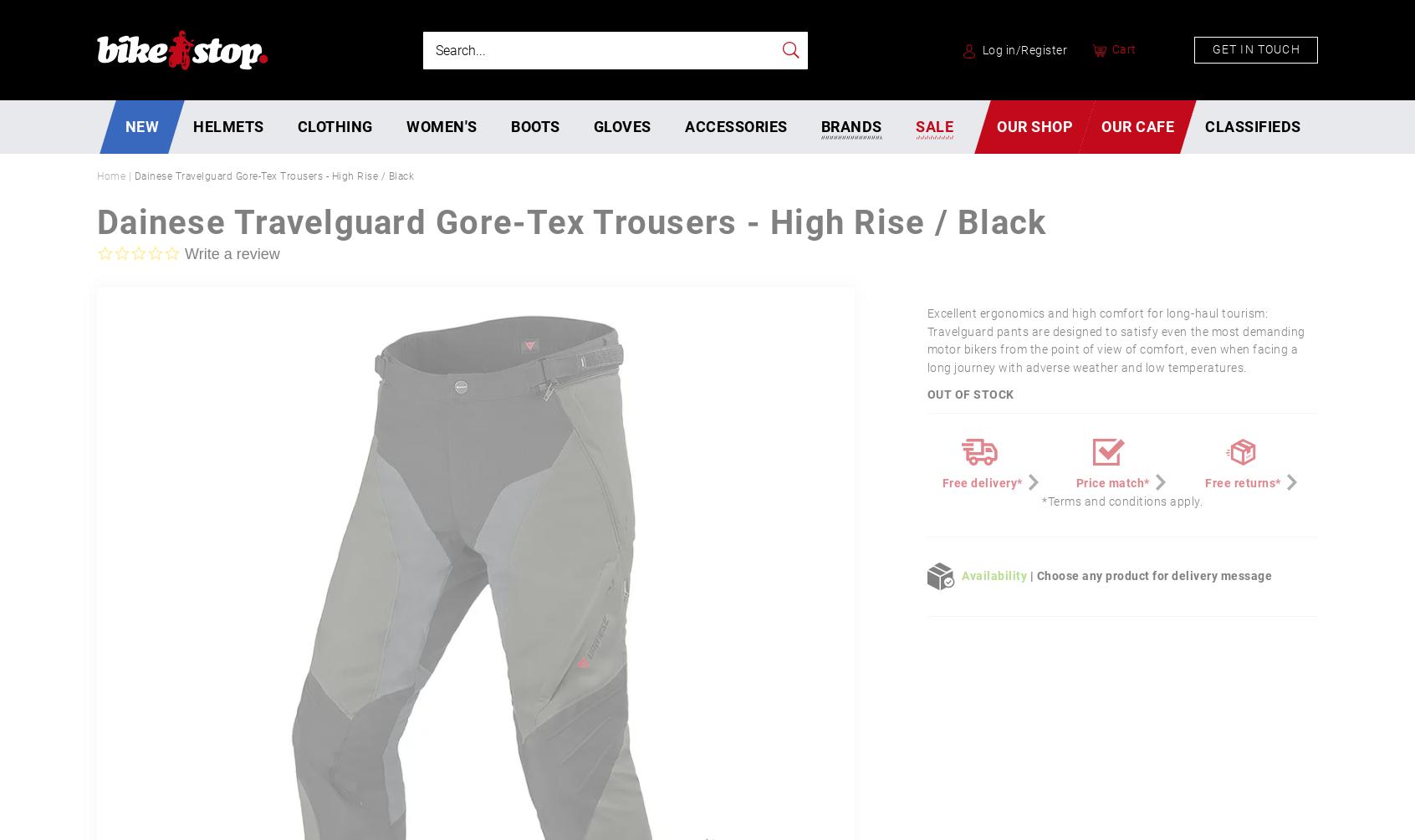 The height and width of the screenshot is (840, 1415). What do you see at coordinates (1204, 126) in the screenshot?
I see `'Classifieds'` at bounding box center [1204, 126].